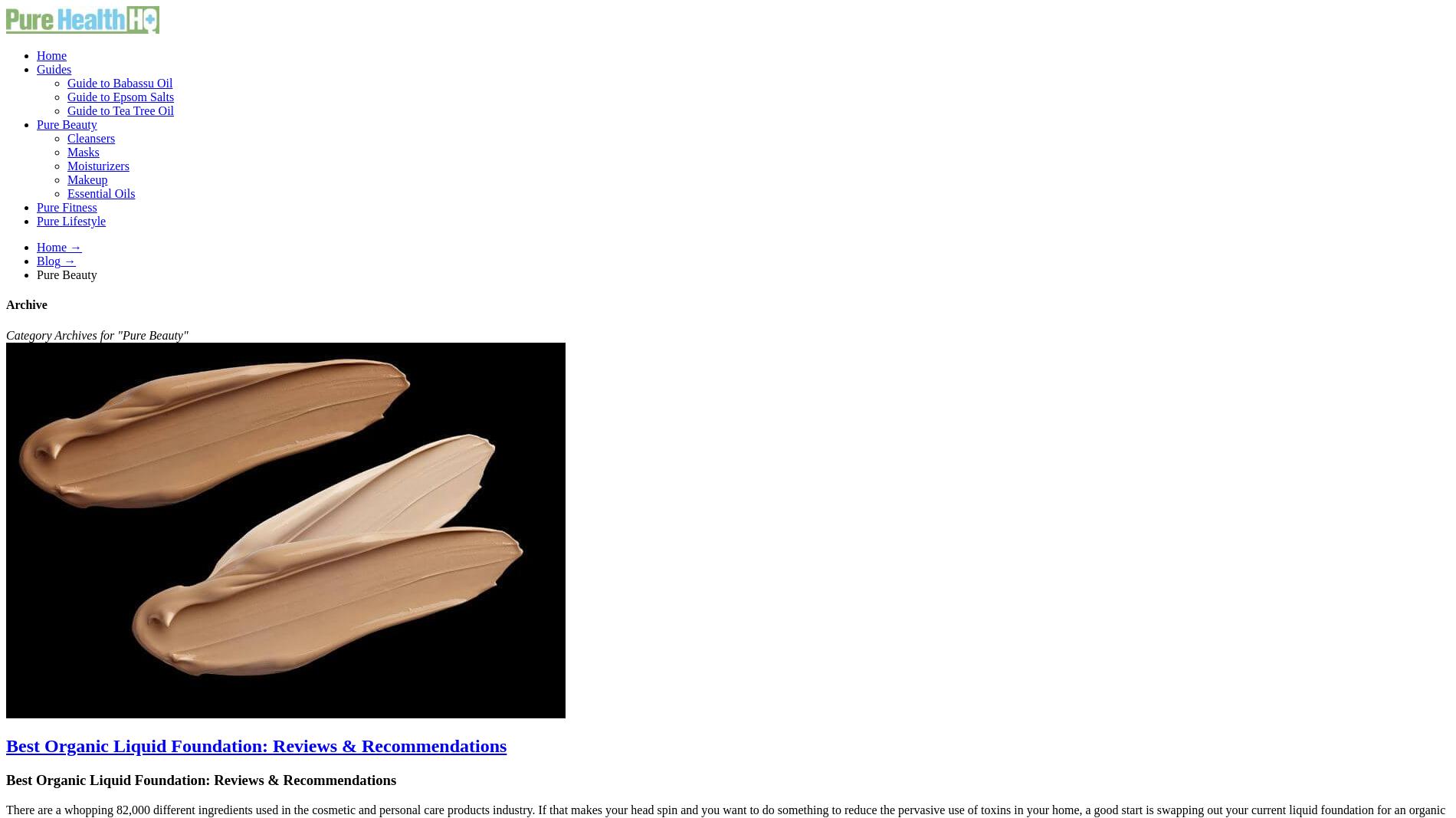  I want to click on 'Category Archives for "Pure Beauty"', so click(97, 333).